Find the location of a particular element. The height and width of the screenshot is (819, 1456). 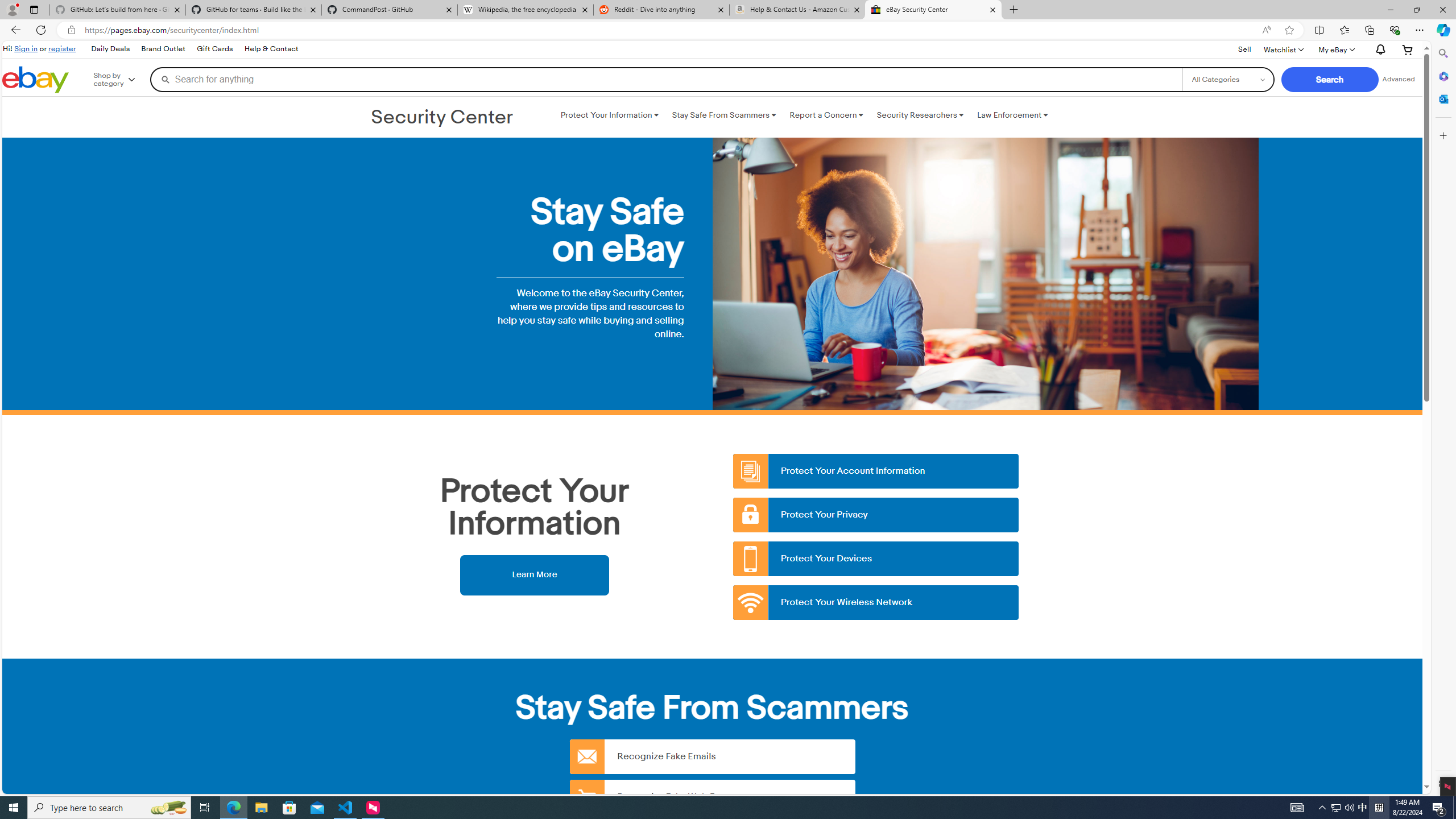

'Sign in' is located at coordinates (26, 48).